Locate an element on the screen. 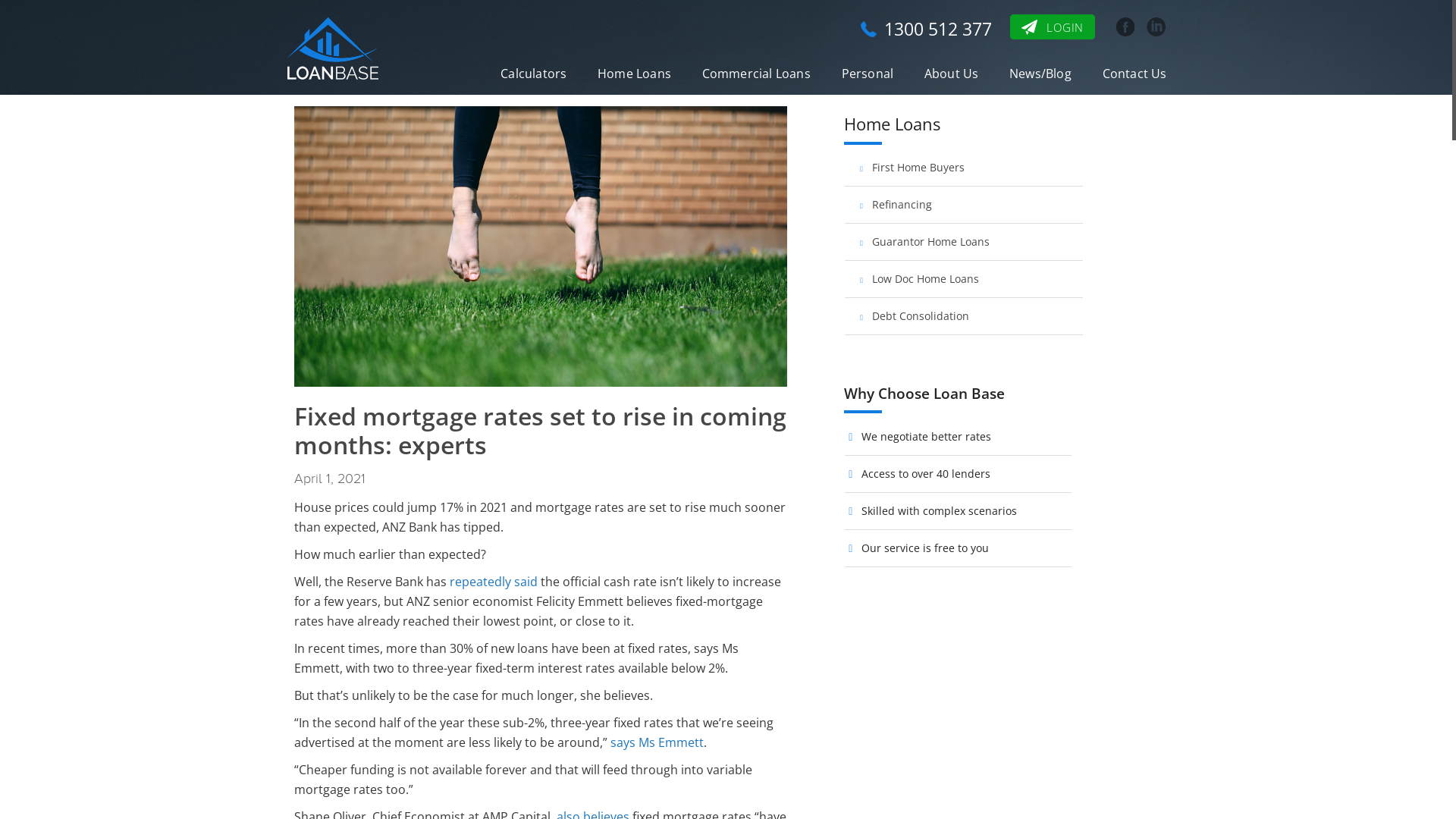 The image size is (1456, 819). 'Refinancing' is located at coordinates (962, 205).